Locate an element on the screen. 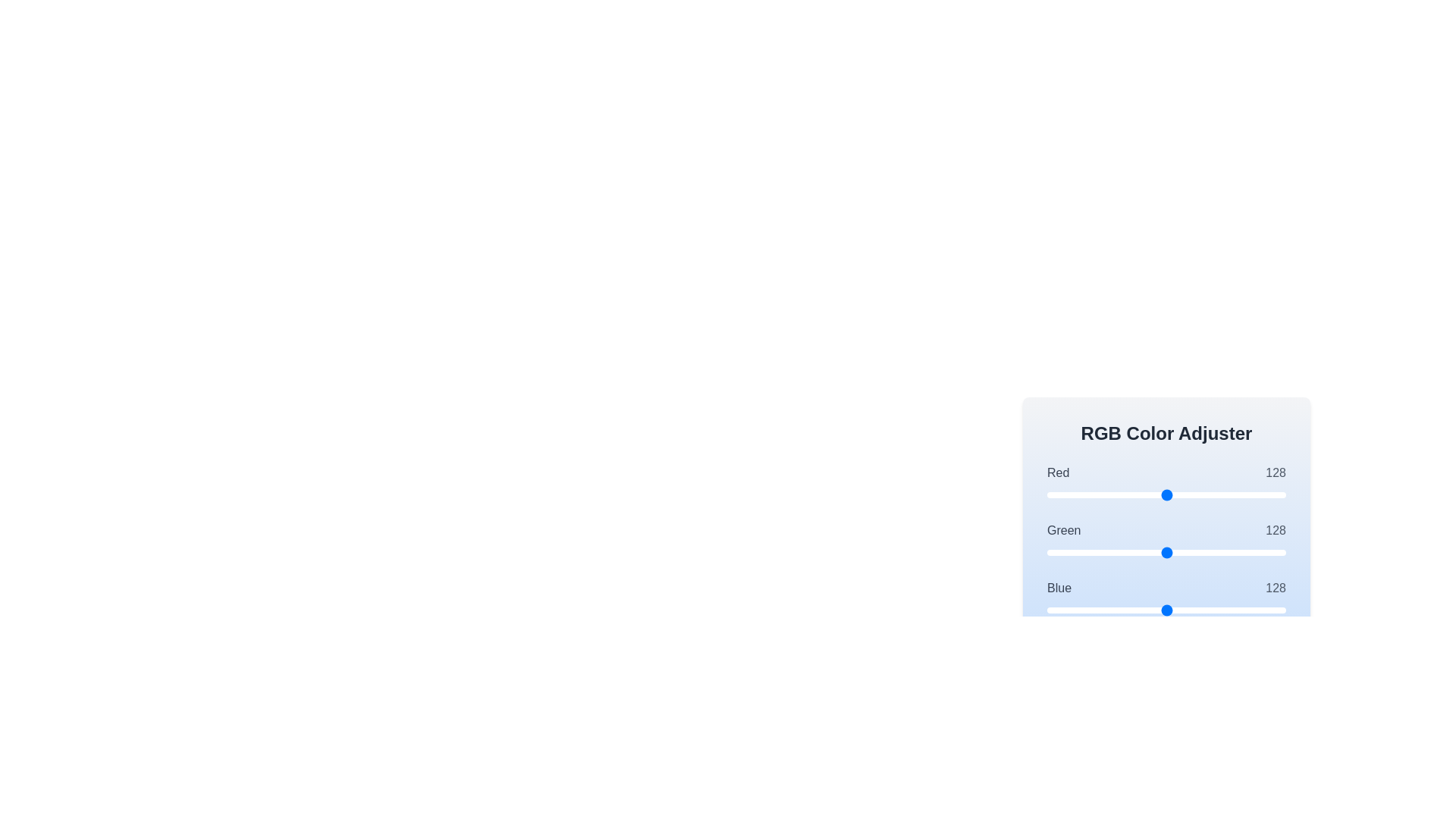 The width and height of the screenshot is (1456, 819). the 1 slider to set its value to 184 is located at coordinates (1219, 553).